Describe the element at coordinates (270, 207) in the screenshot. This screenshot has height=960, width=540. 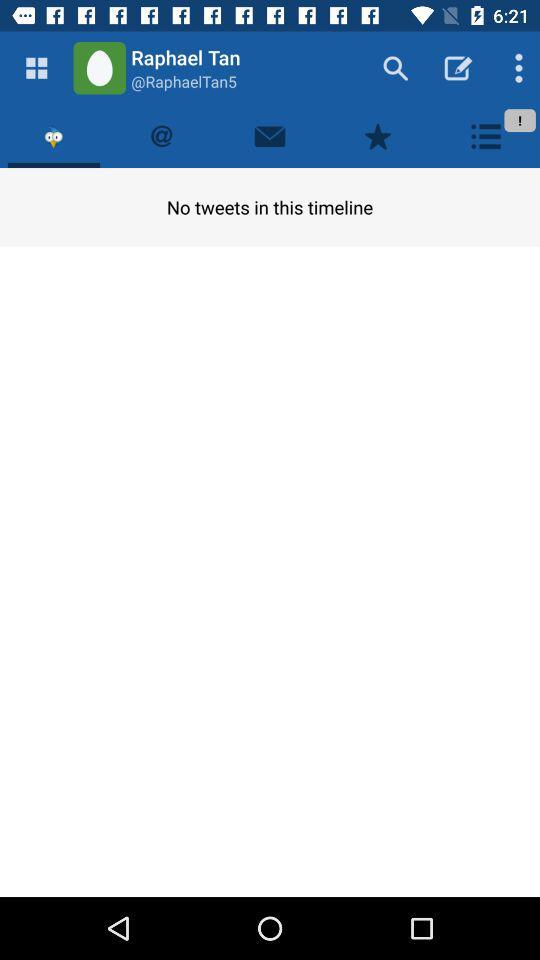
I see `the no tweets in item` at that location.